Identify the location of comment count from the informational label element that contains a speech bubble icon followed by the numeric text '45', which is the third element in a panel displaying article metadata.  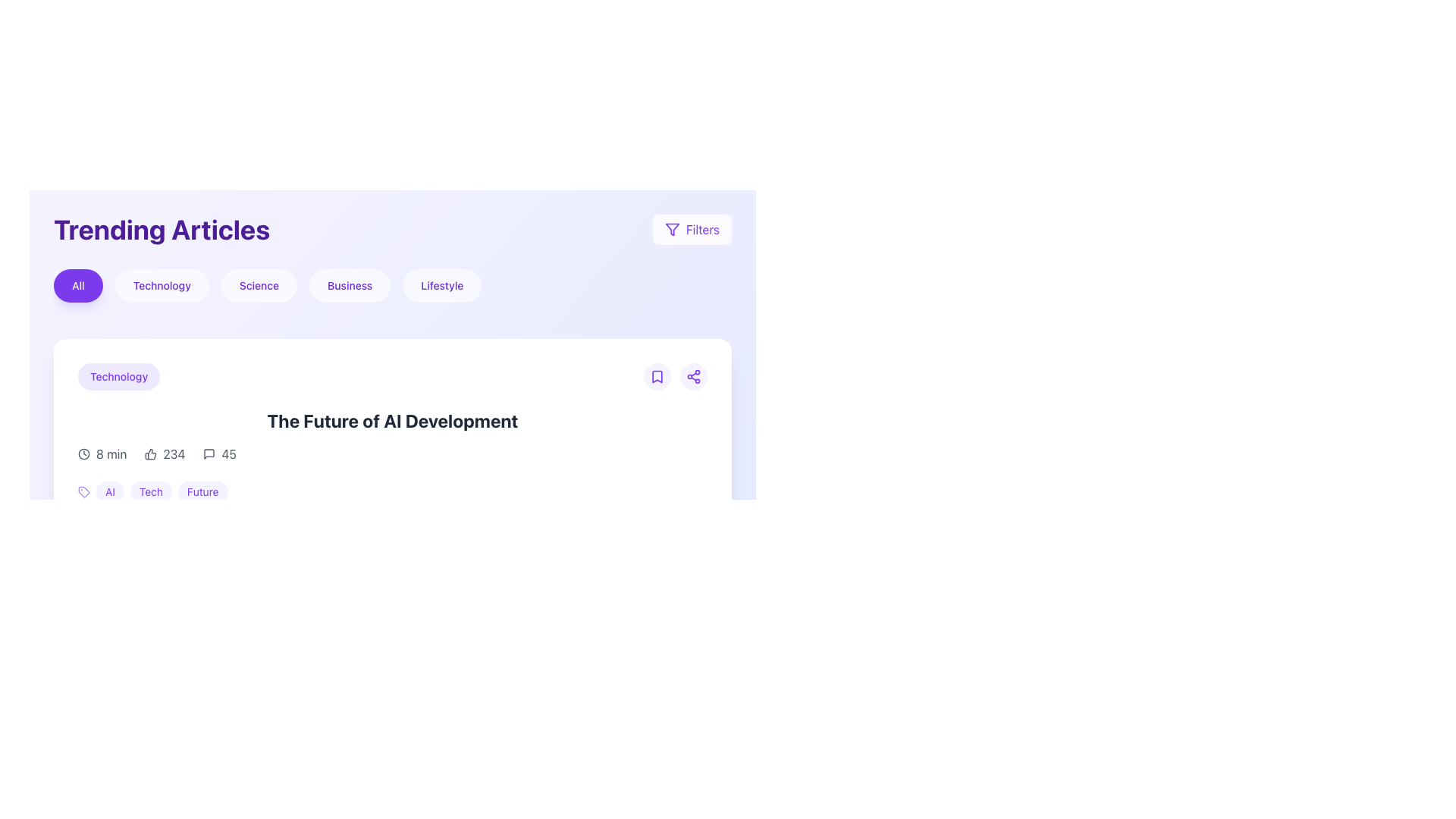
(219, 453).